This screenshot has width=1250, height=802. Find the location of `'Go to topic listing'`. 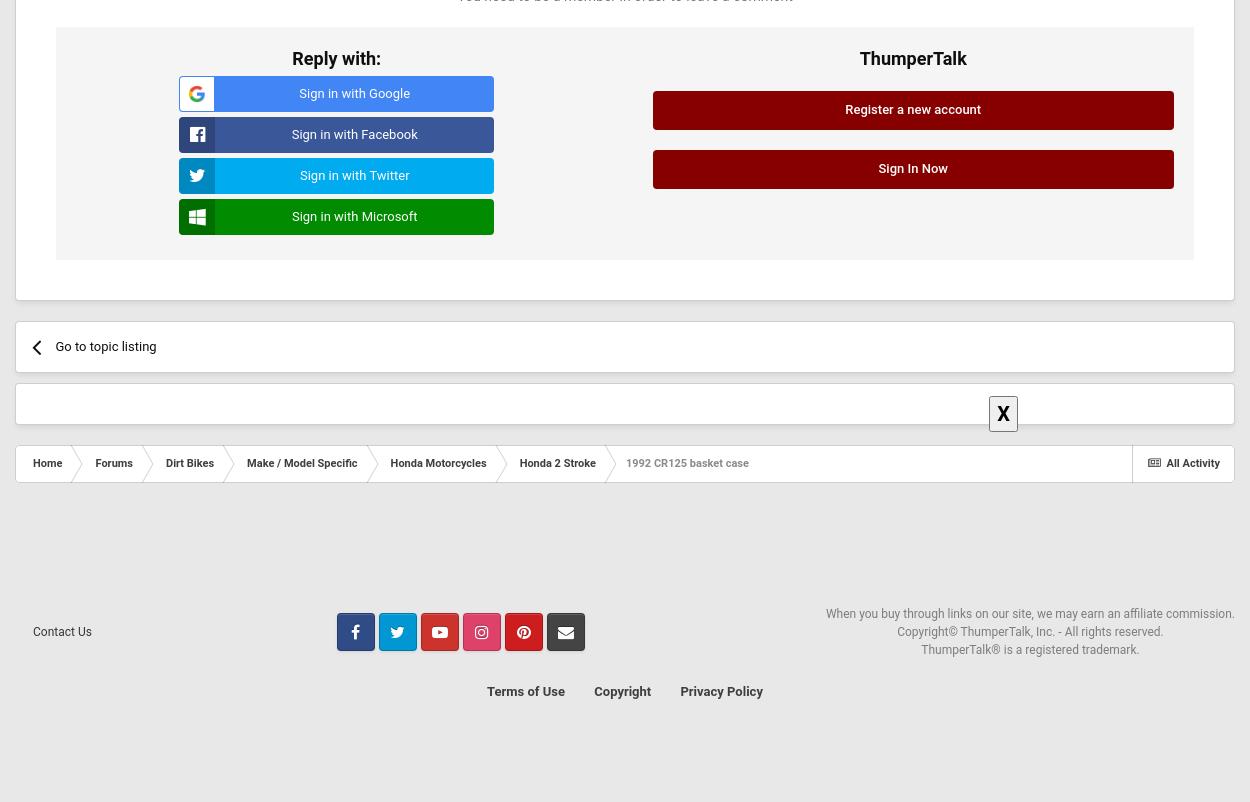

'Go to topic listing' is located at coordinates (104, 346).